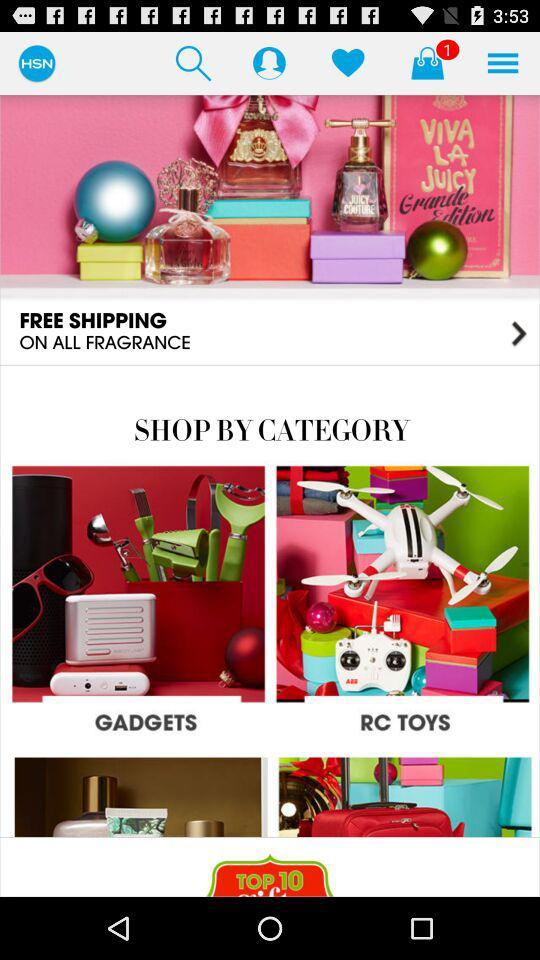  Describe the element at coordinates (269, 62) in the screenshot. I see `display the profile details` at that location.